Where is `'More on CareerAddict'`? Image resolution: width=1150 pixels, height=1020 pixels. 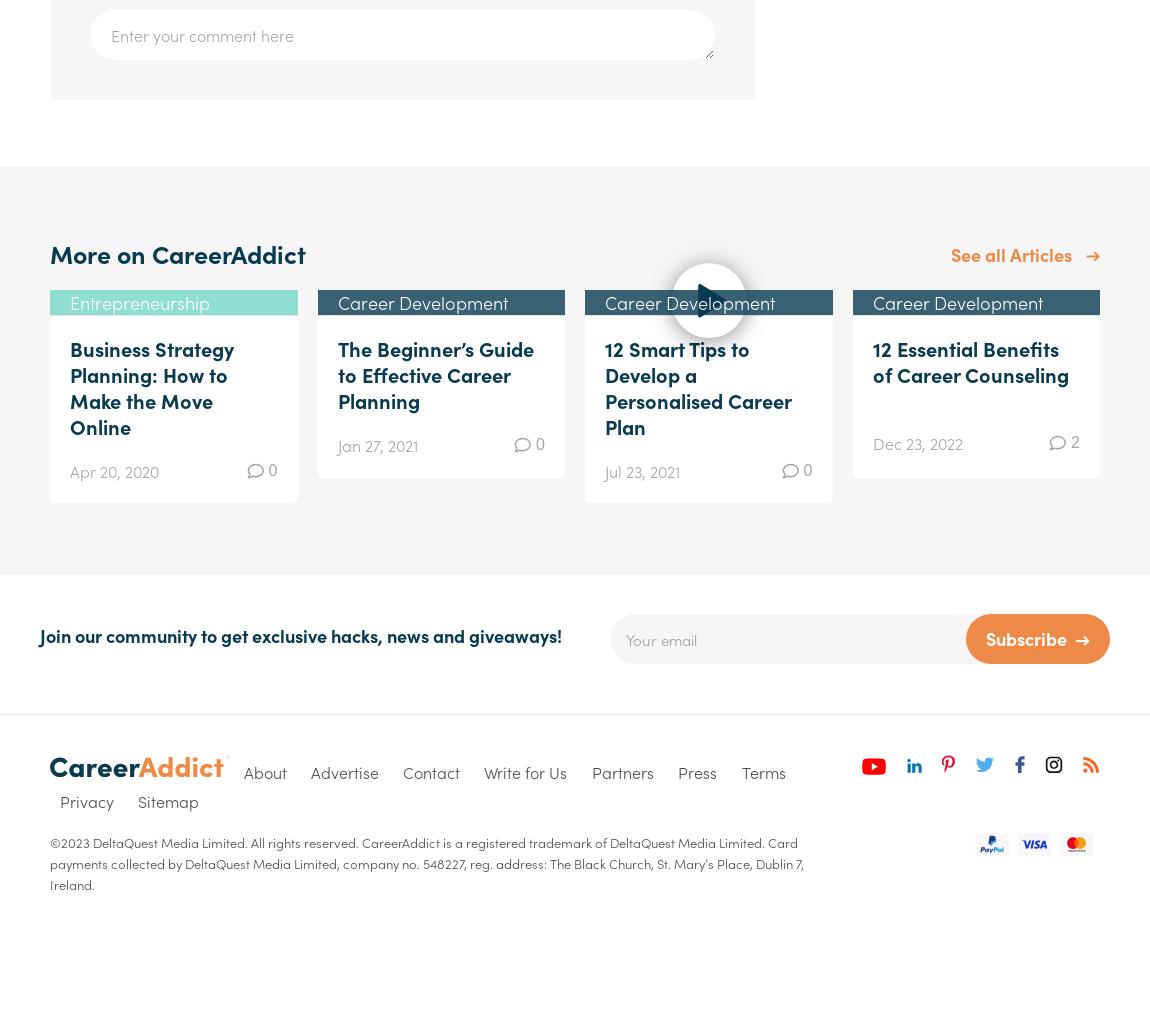
'More on CareerAddict' is located at coordinates (49, 253).